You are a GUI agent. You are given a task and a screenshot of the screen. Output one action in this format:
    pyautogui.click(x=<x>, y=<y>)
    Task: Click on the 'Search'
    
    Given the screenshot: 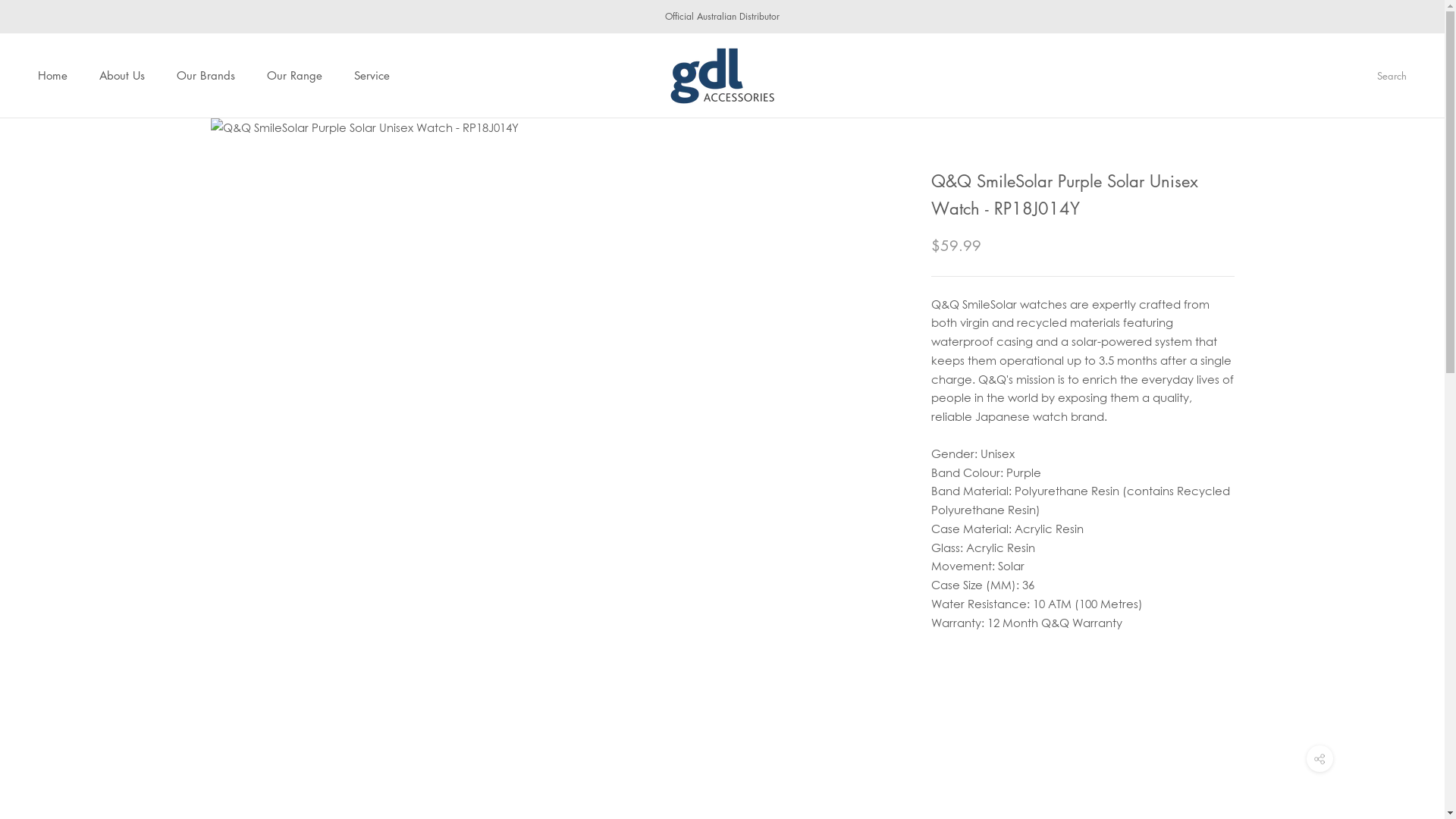 What is the action you would take?
    pyautogui.click(x=1392, y=75)
    